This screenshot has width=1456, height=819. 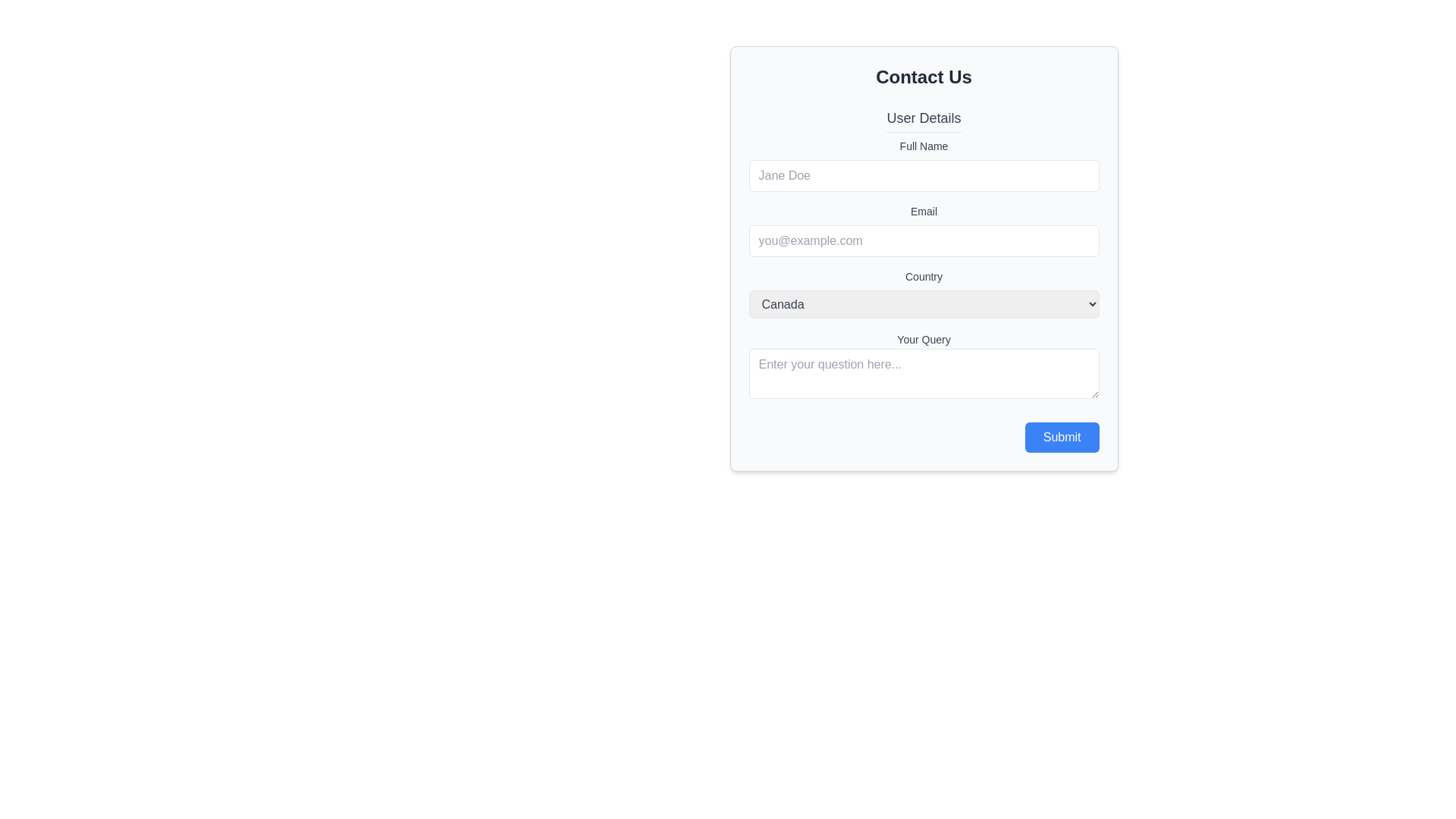 I want to click on the 'Email' label which is styled in neutral gray color and positioned above the input field in the 'User Details' form, so click(x=923, y=211).